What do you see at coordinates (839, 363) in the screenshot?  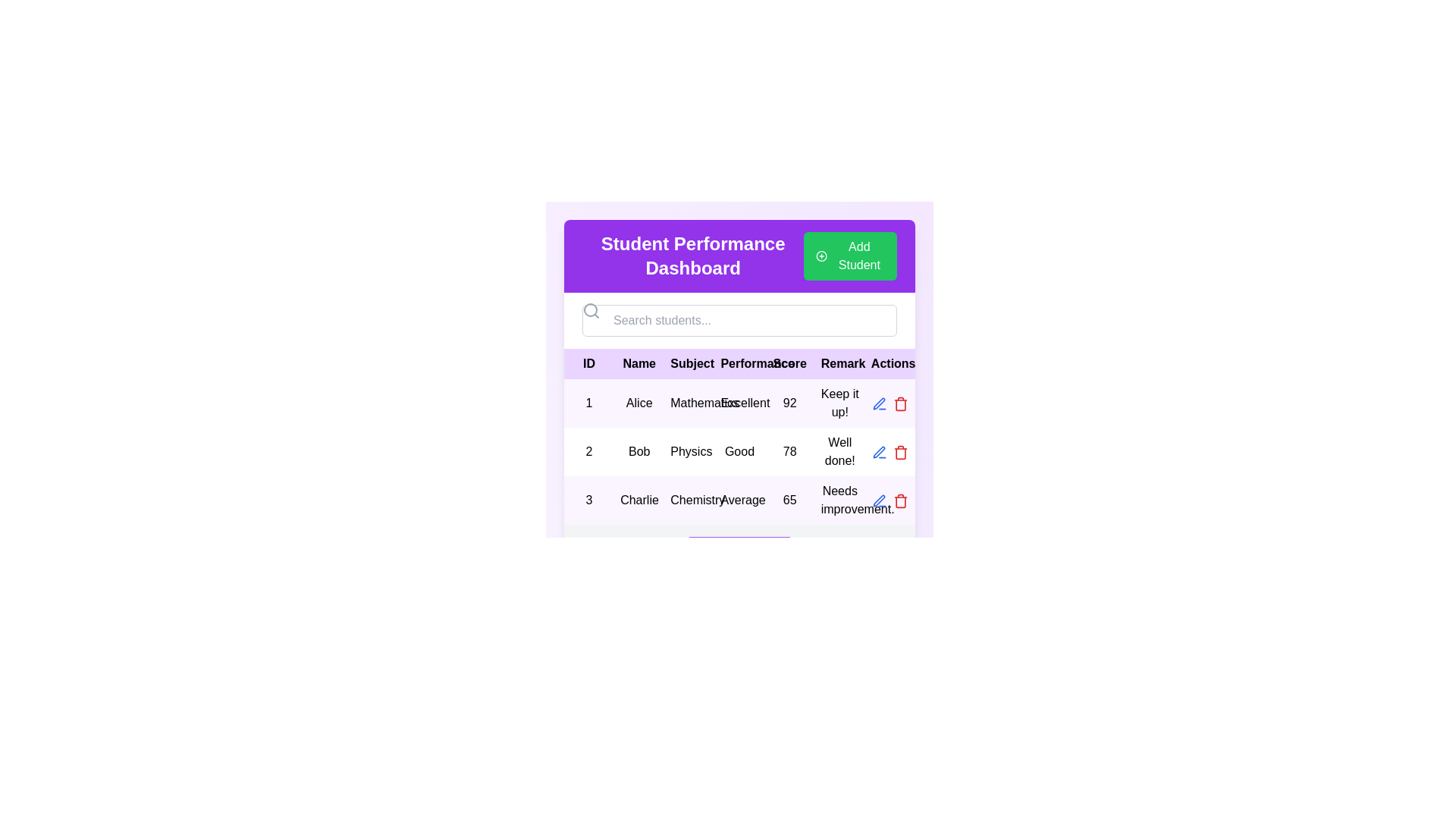 I see `the 'Remark' text label, which is a bold black font on a light purple background, located in the header section of the table, between the 'Score' and 'Actions' column headers` at bounding box center [839, 363].